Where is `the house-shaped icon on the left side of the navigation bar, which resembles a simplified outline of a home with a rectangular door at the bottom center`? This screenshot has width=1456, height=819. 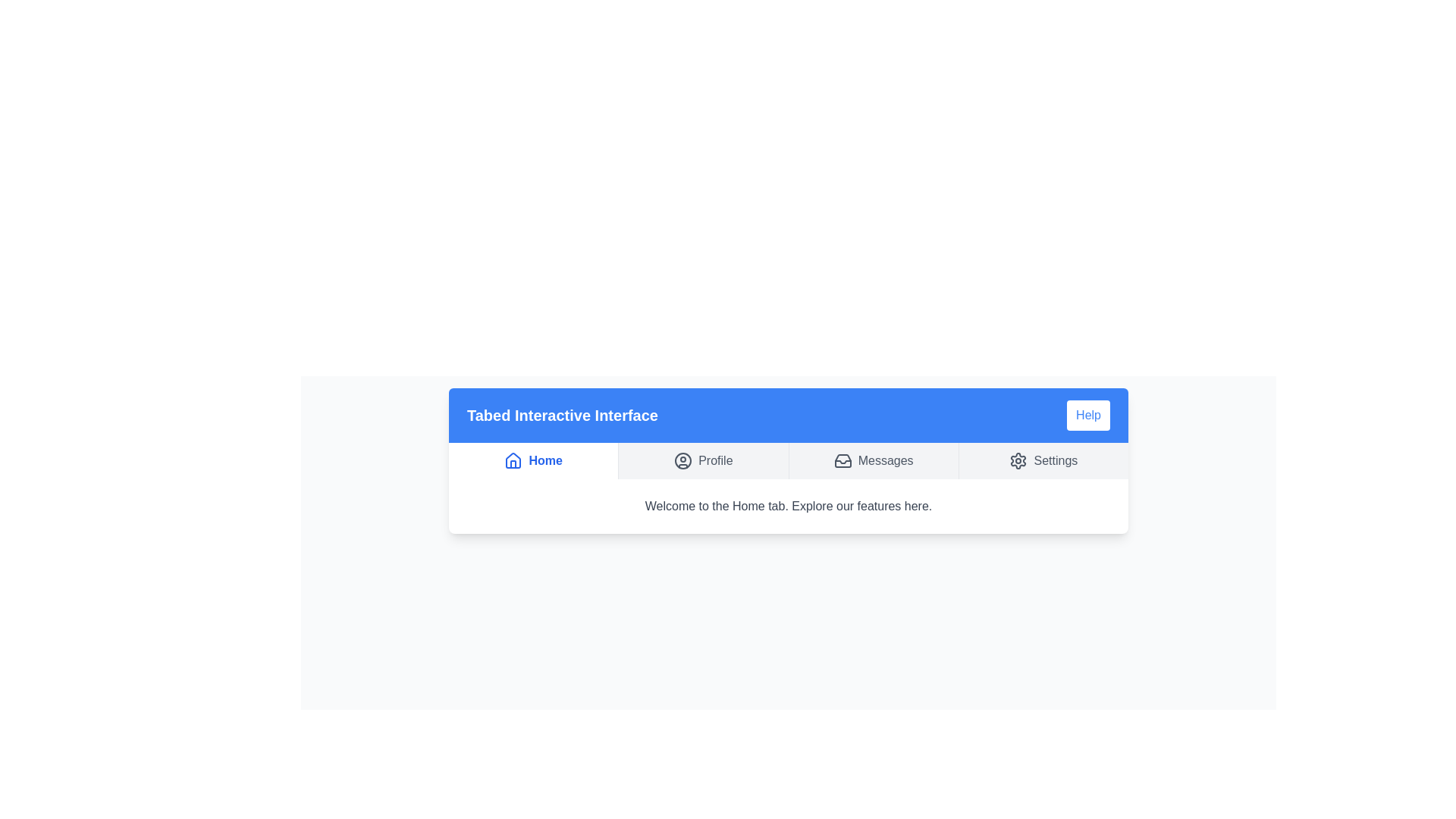 the house-shaped icon on the left side of the navigation bar, which resembles a simplified outline of a home with a rectangular door at the bottom center is located at coordinates (513, 460).